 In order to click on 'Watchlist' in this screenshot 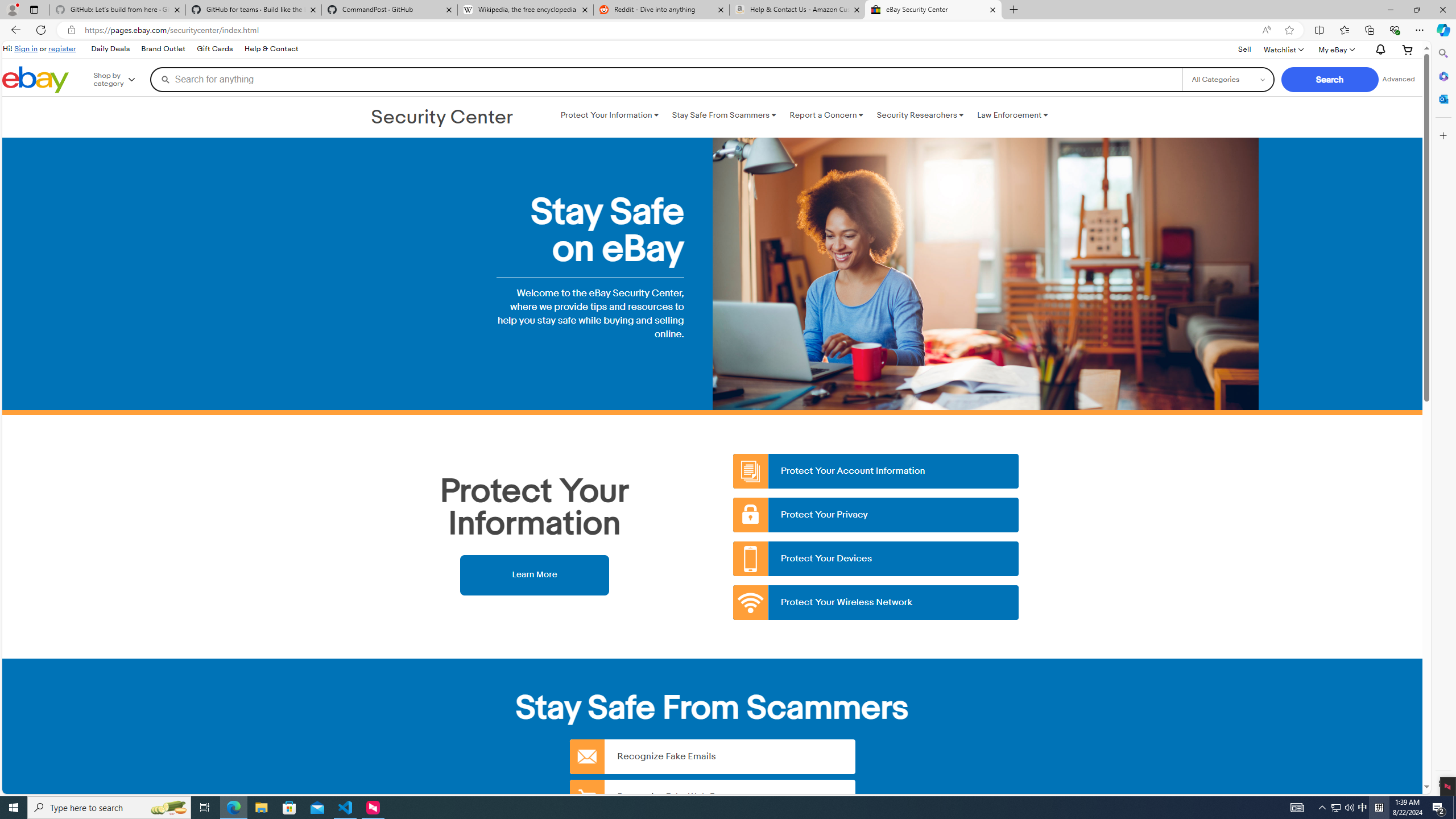, I will do `click(1283, 49)`.